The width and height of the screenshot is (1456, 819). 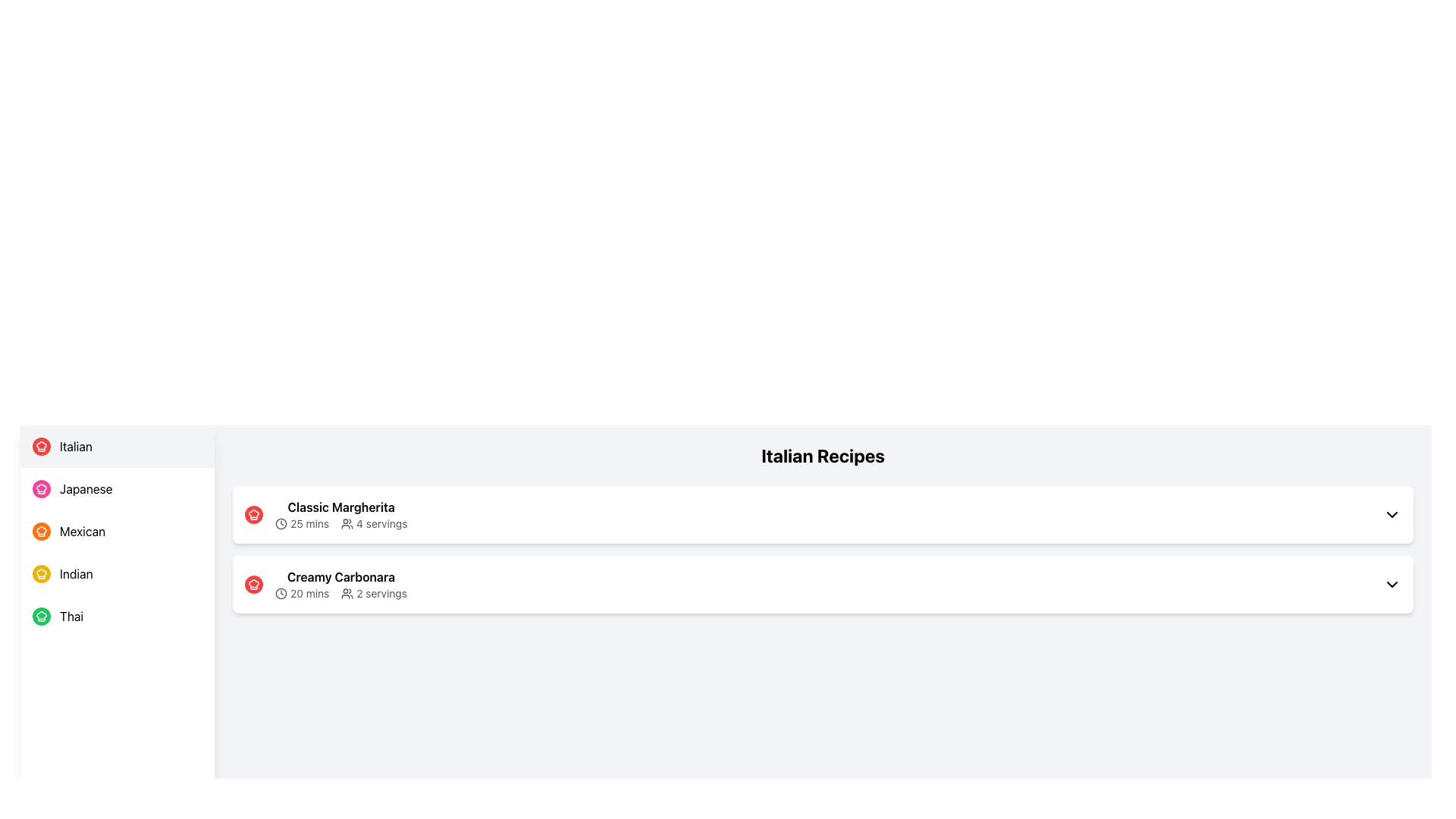 What do you see at coordinates (1392, 513) in the screenshot?
I see `the small downward-pointing chevron-shaped icon with a thin black outline located in the upper-right corner of the 'Classic Margherita' card` at bounding box center [1392, 513].